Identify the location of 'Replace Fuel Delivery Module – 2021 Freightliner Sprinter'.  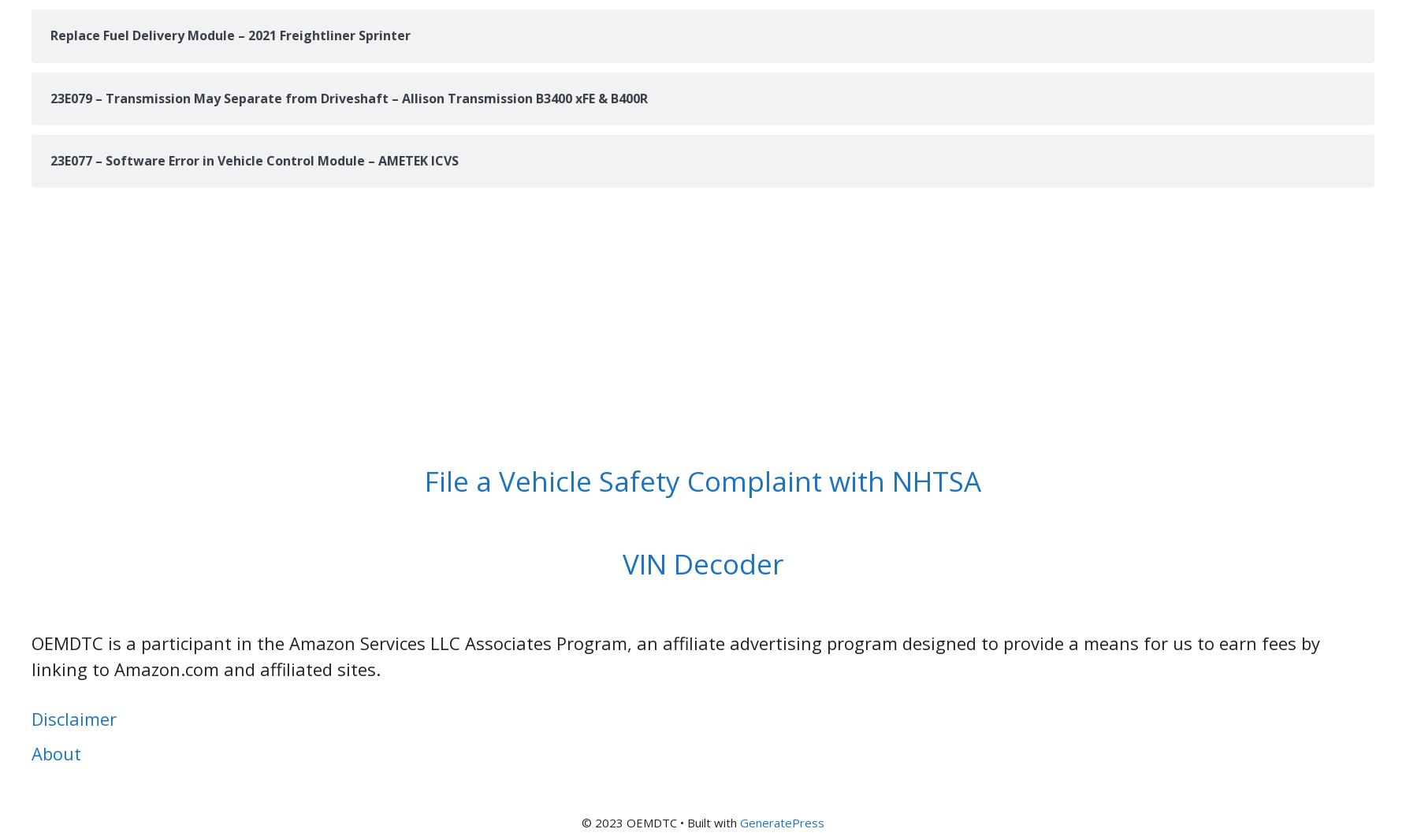
(230, 34).